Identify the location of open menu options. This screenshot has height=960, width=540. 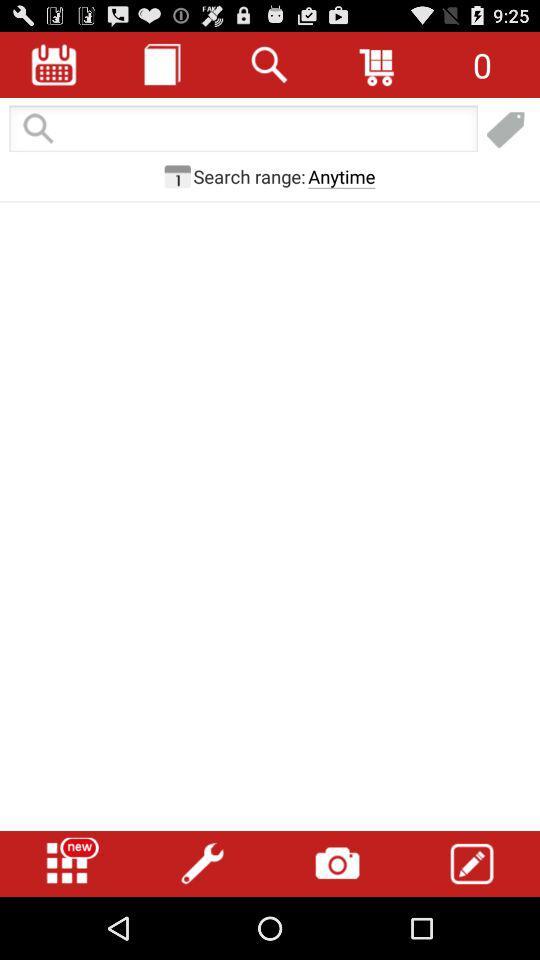
(67, 863).